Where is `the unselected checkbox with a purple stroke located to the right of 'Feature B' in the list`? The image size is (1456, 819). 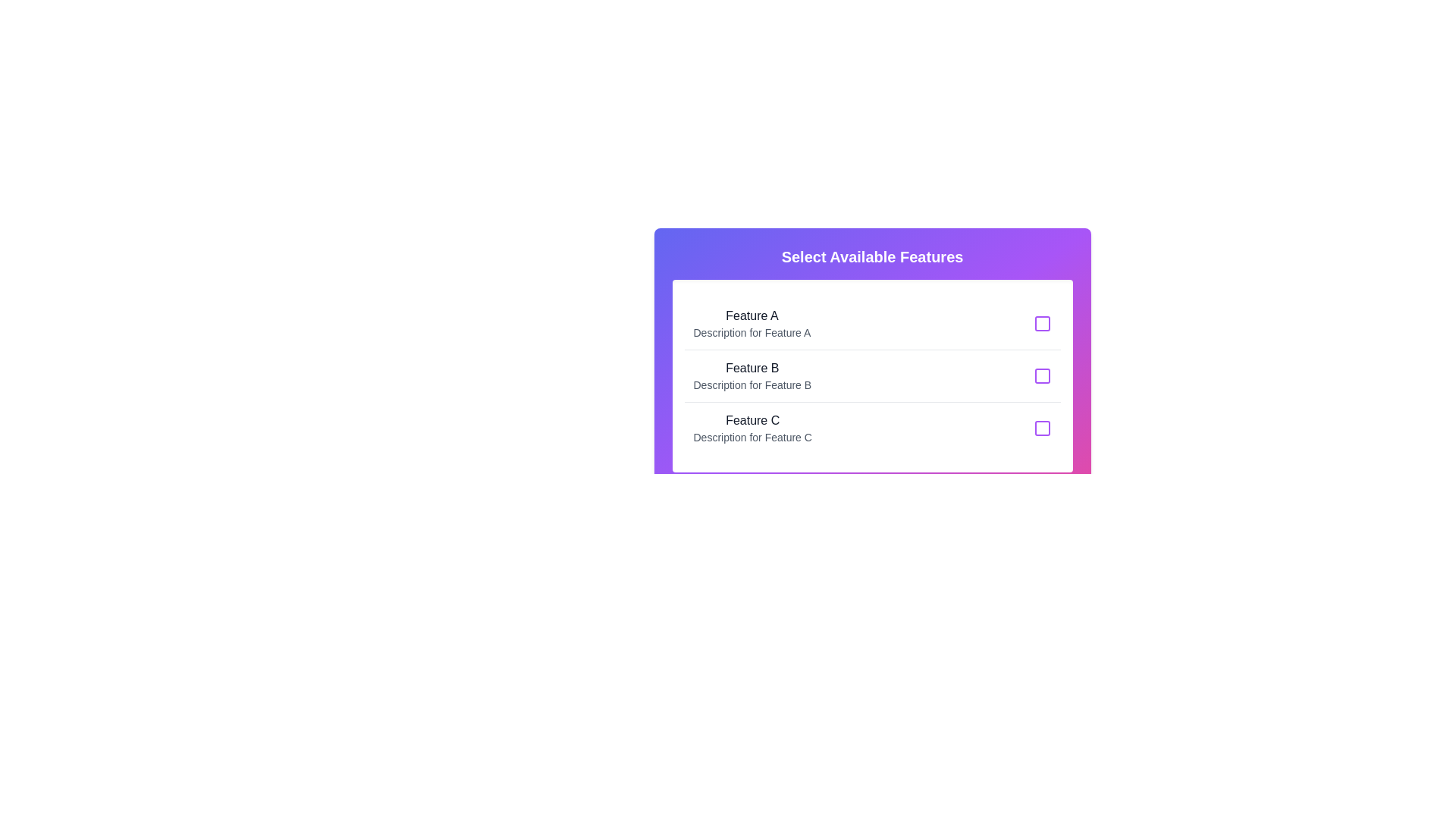 the unselected checkbox with a purple stroke located to the right of 'Feature B' in the list is located at coordinates (1041, 375).